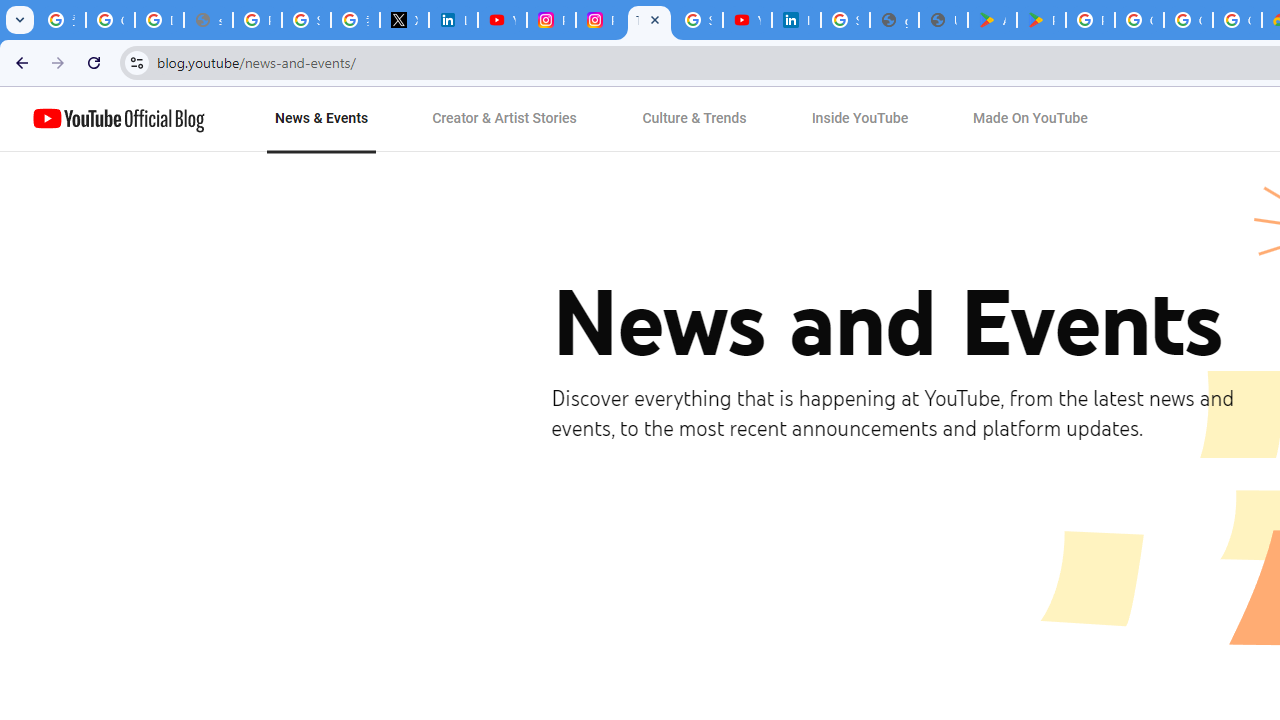 The height and width of the screenshot is (720, 1280). I want to click on 'News & Events', so click(321, 119).